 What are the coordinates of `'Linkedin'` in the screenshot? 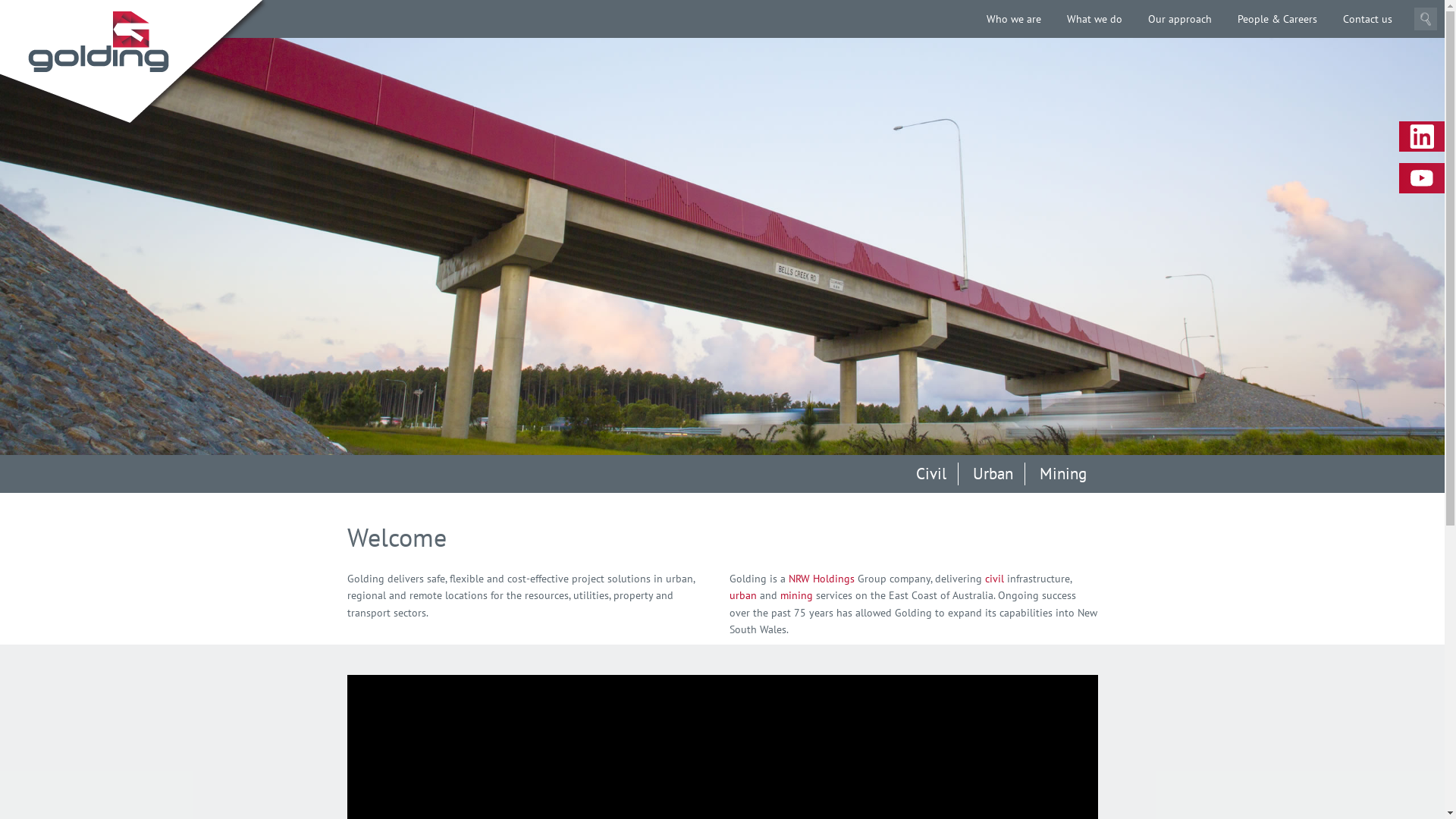 It's located at (1421, 136).